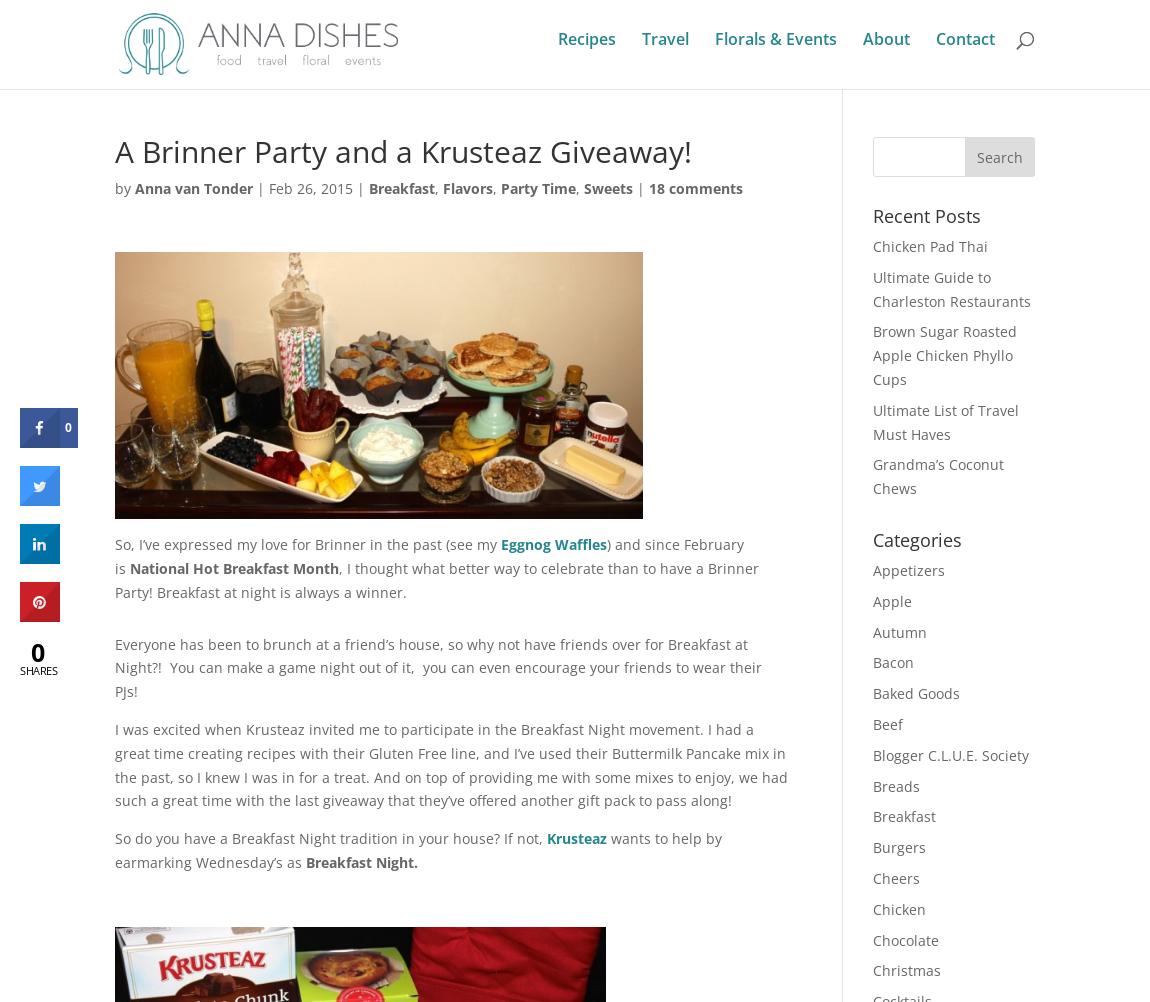  I want to click on 'So do you have a Breakfast Night tradition in your house? If not,', so click(330, 838).